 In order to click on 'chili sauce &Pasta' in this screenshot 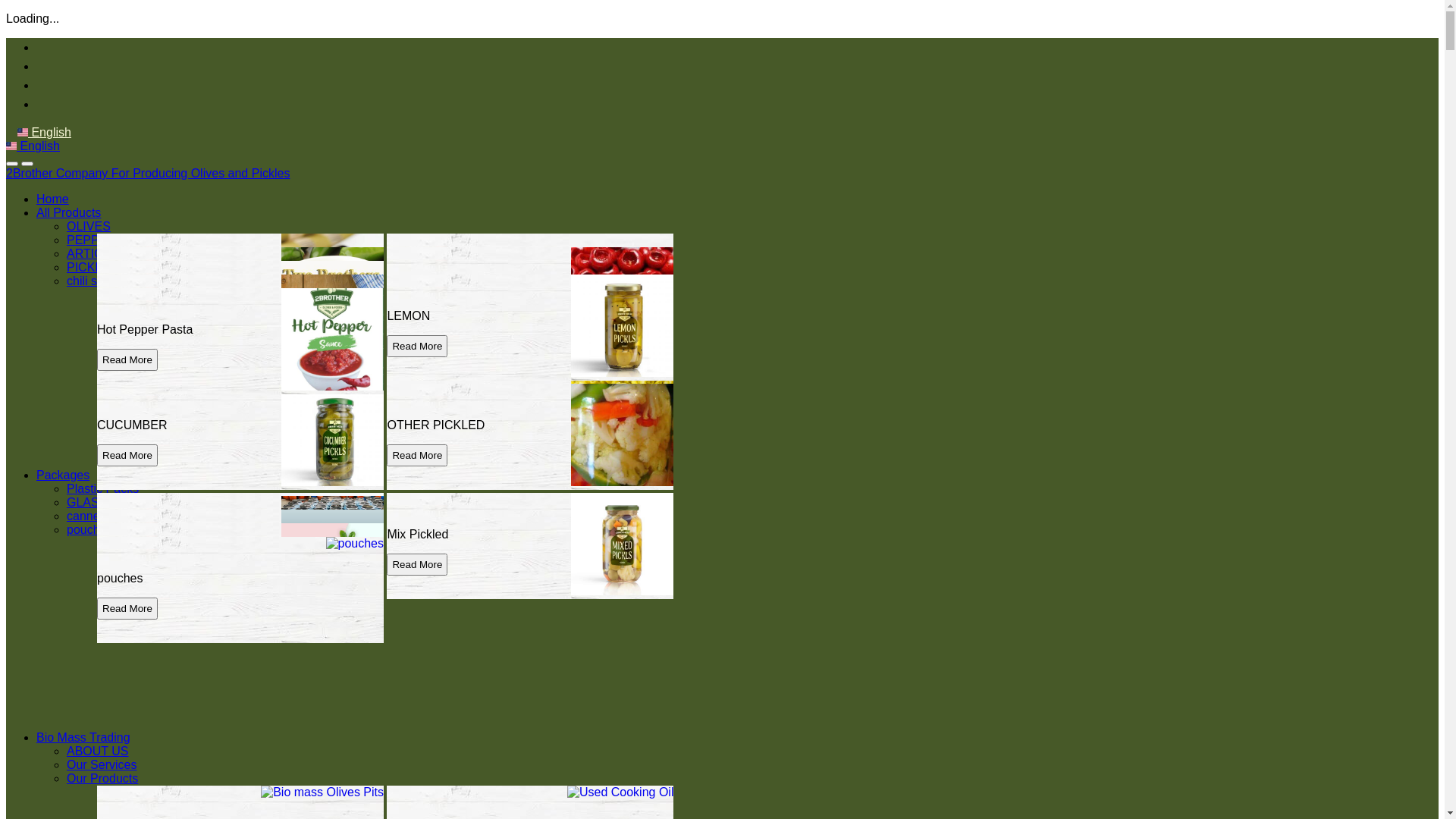, I will do `click(115, 281)`.